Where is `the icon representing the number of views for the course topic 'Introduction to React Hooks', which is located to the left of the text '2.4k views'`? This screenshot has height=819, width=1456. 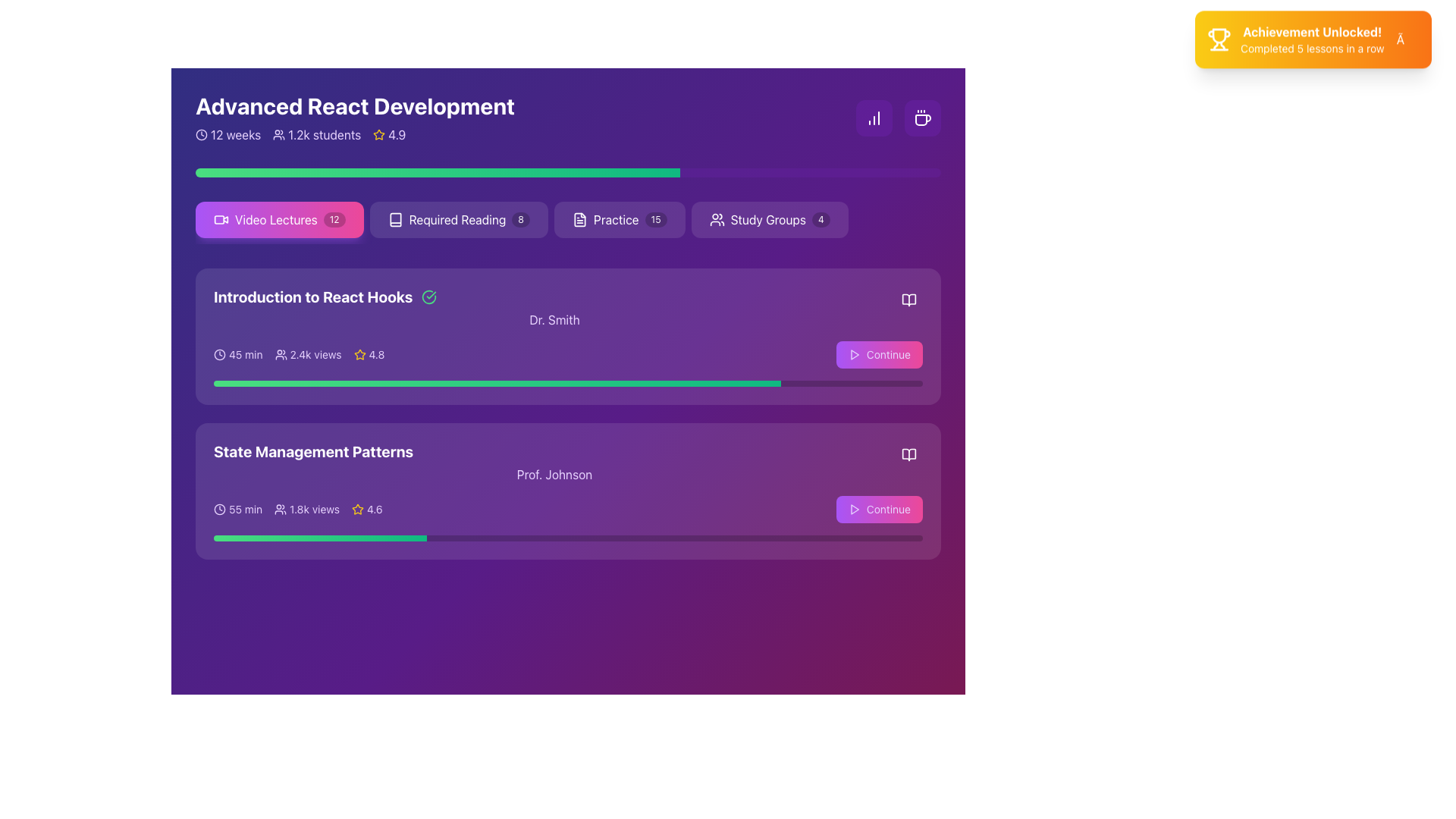 the icon representing the number of views for the course topic 'Introduction to React Hooks', which is located to the left of the text '2.4k views' is located at coordinates (281, 354).